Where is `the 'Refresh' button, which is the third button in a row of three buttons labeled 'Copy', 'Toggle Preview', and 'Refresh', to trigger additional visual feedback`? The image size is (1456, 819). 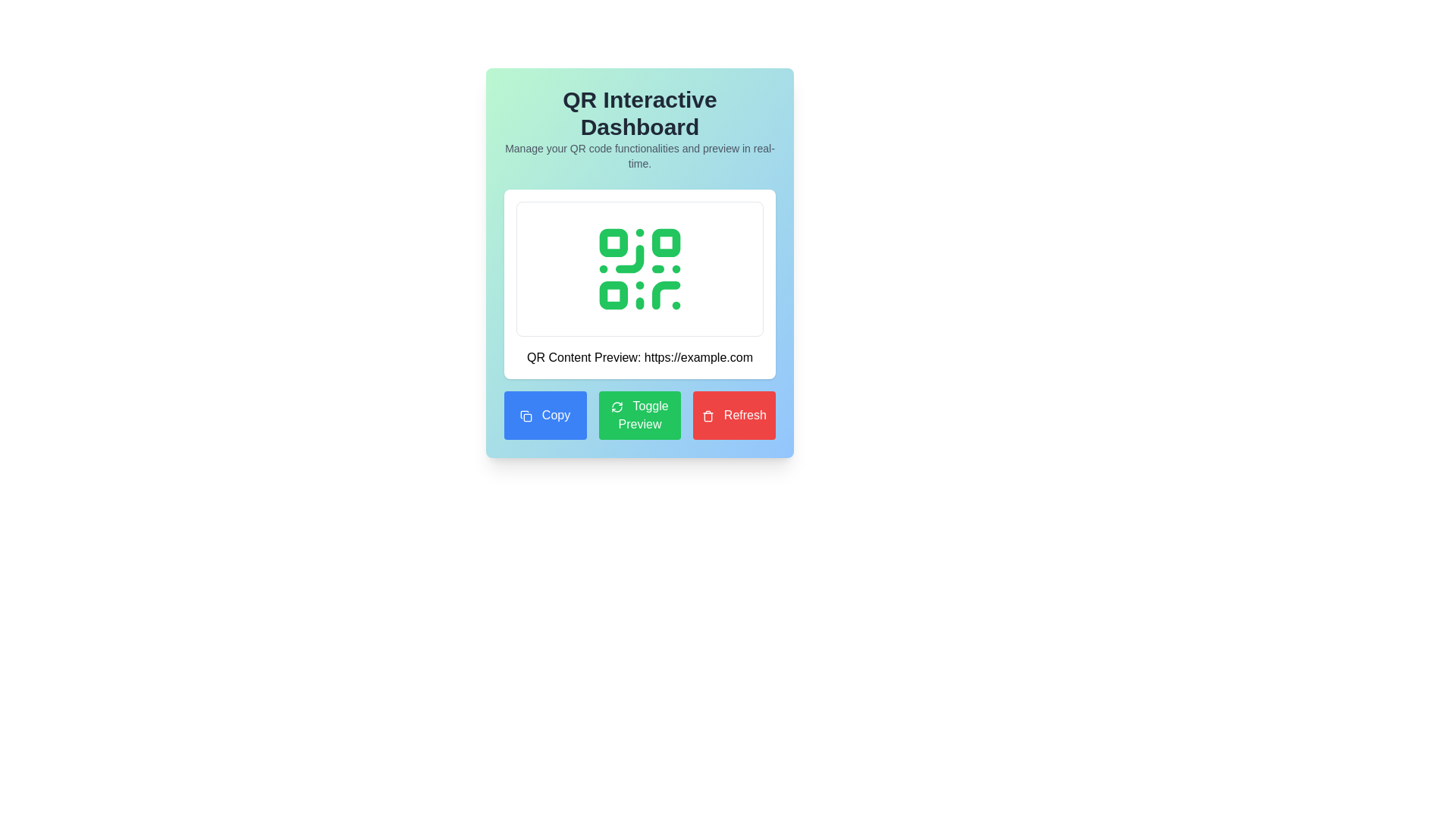
the 'Refresh' button, which is the third button in a row of three buttons labeled 'Copy', 'Toggle Preview', and 'Refresh', to trigger additional visual feedback is located at coordinates (734, 415).